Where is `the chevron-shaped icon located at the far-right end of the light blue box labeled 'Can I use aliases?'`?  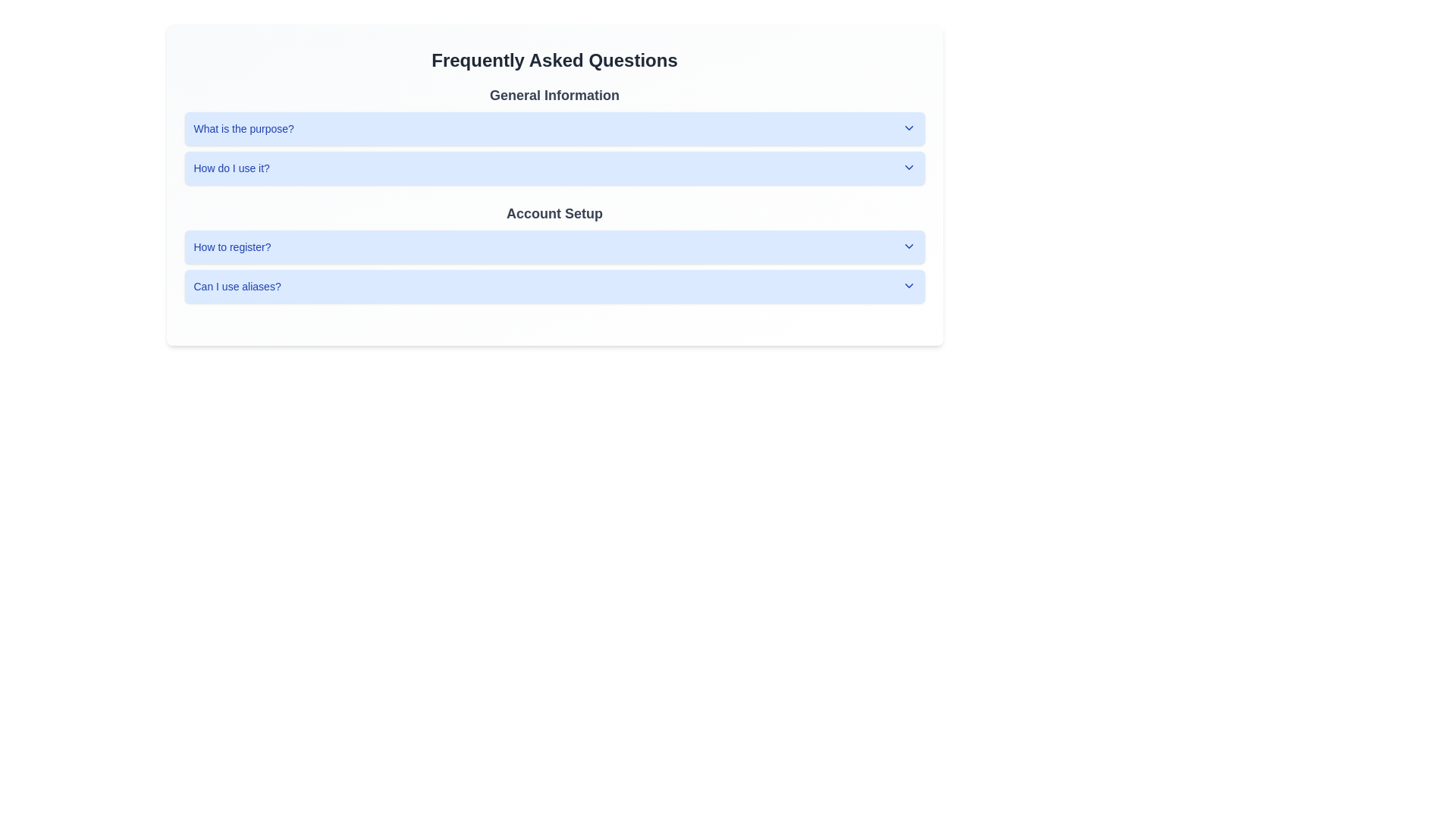
the chevron-shaped icon located at the far-right end of the light blue box labeled 'Can I use aliases?' is located at coordinates (908, 286).